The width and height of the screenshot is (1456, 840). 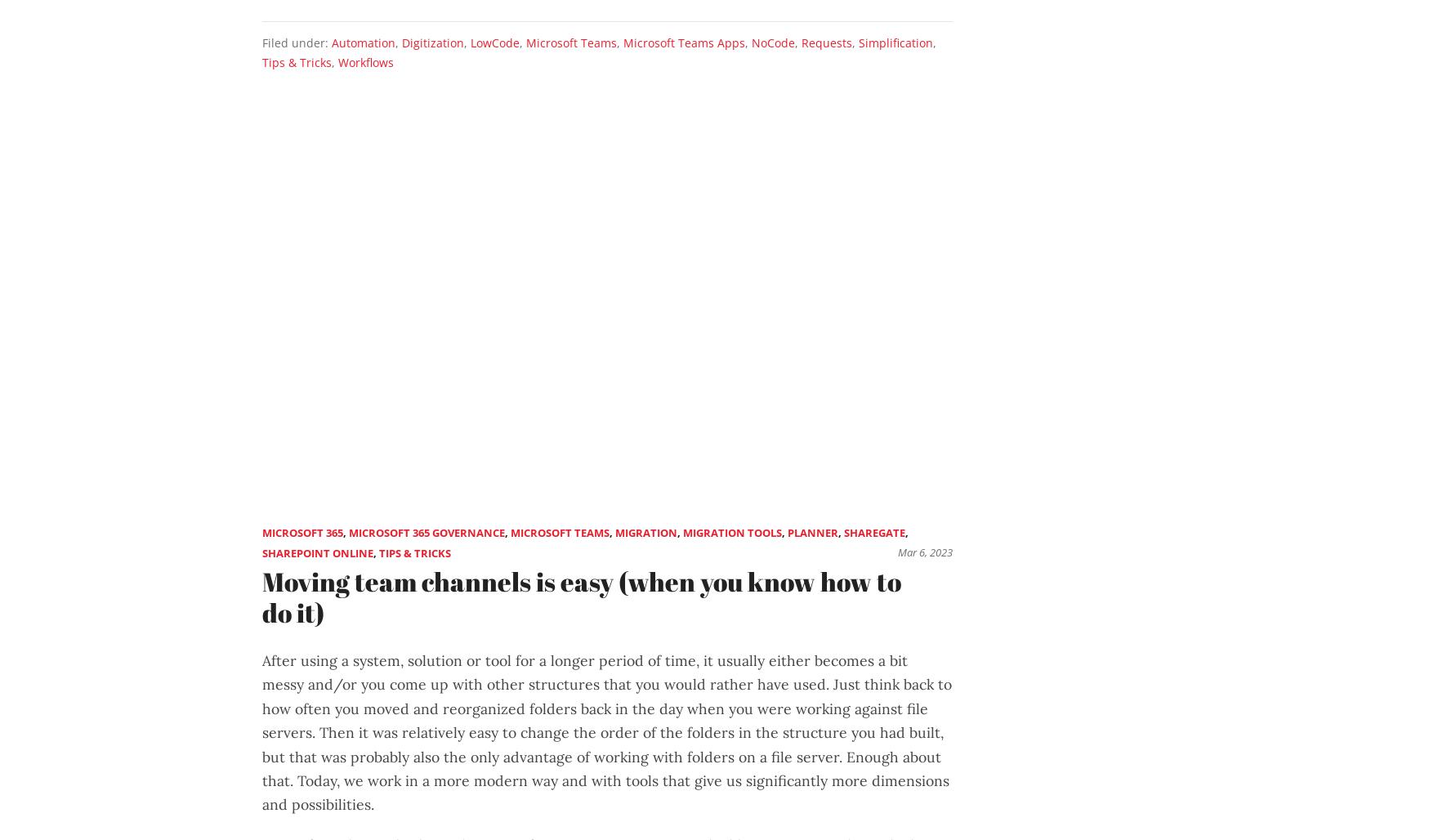 What do you see at coordinates (925, 551) in the screenshot?
I see `'Mar 6, 2023'` at bounding box center [925, 551].